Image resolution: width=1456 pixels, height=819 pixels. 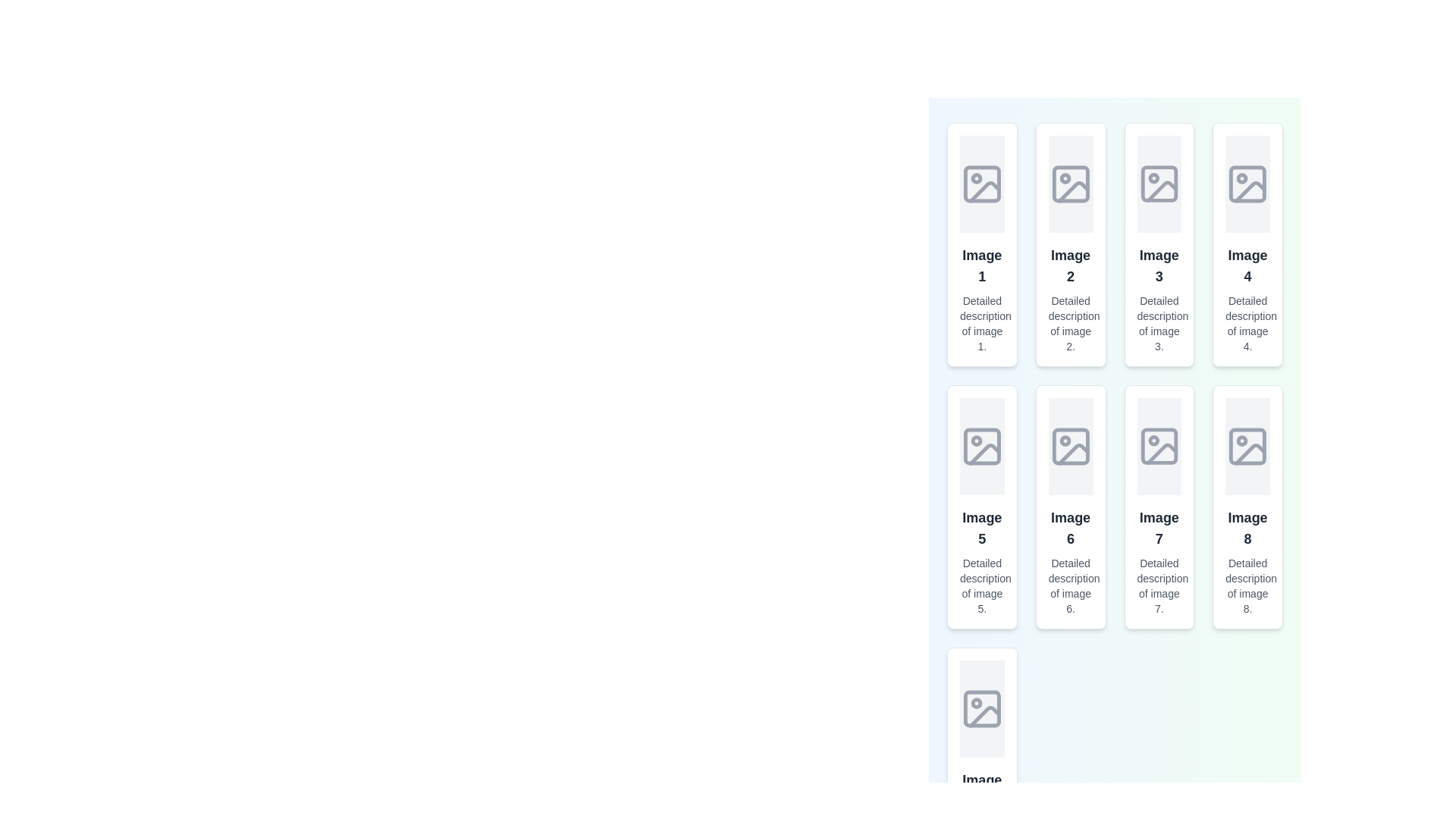 I want to click on the Decorative box located in the upper-left part of an image placeholder icon, which is styled with a light gray fill and has rounded corners, so click(x=982, y=184).